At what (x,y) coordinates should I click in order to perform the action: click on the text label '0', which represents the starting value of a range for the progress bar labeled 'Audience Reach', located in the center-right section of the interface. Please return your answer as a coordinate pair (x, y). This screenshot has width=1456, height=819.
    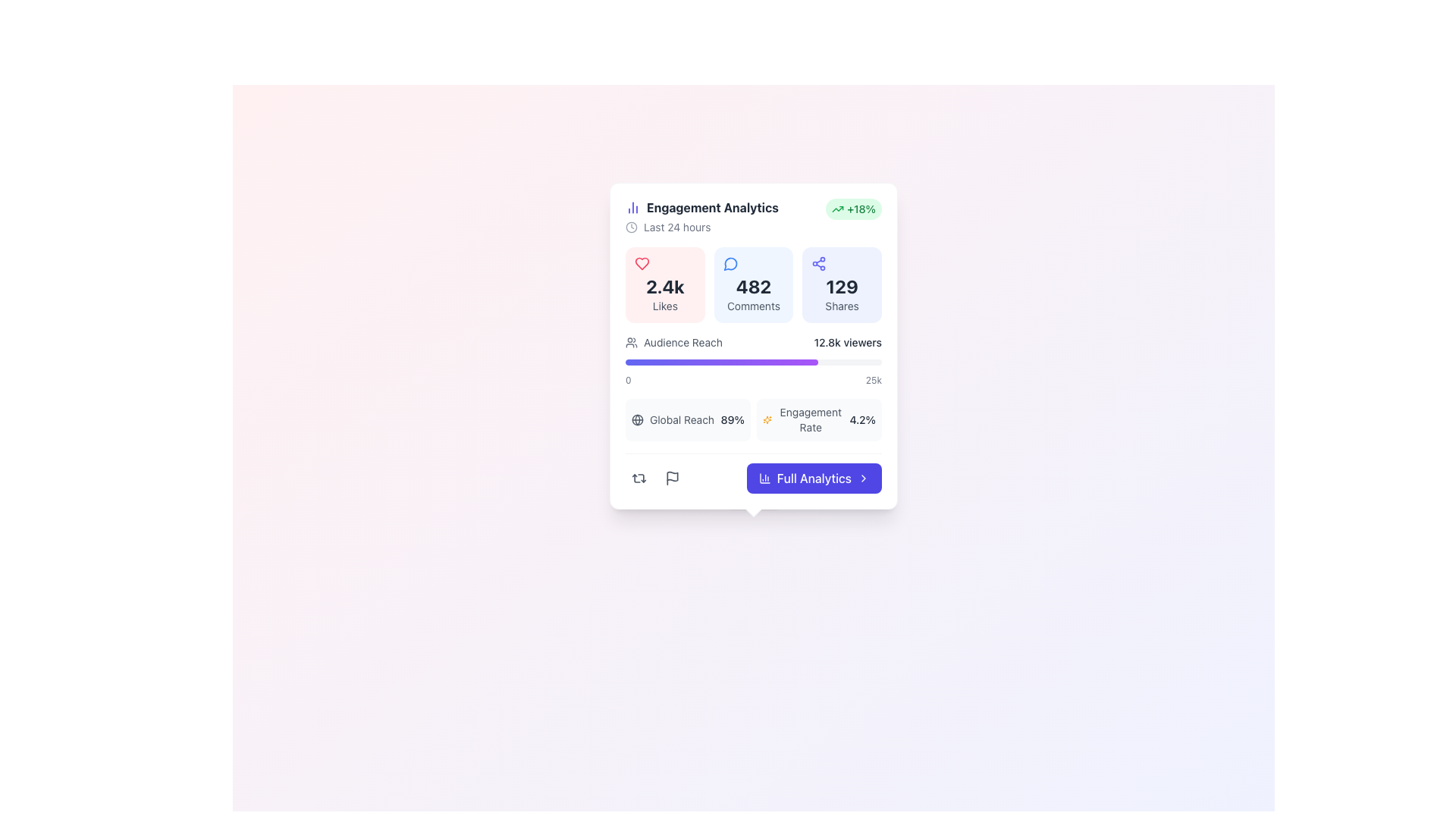
    Looking at the image, I should click on (628, 379).